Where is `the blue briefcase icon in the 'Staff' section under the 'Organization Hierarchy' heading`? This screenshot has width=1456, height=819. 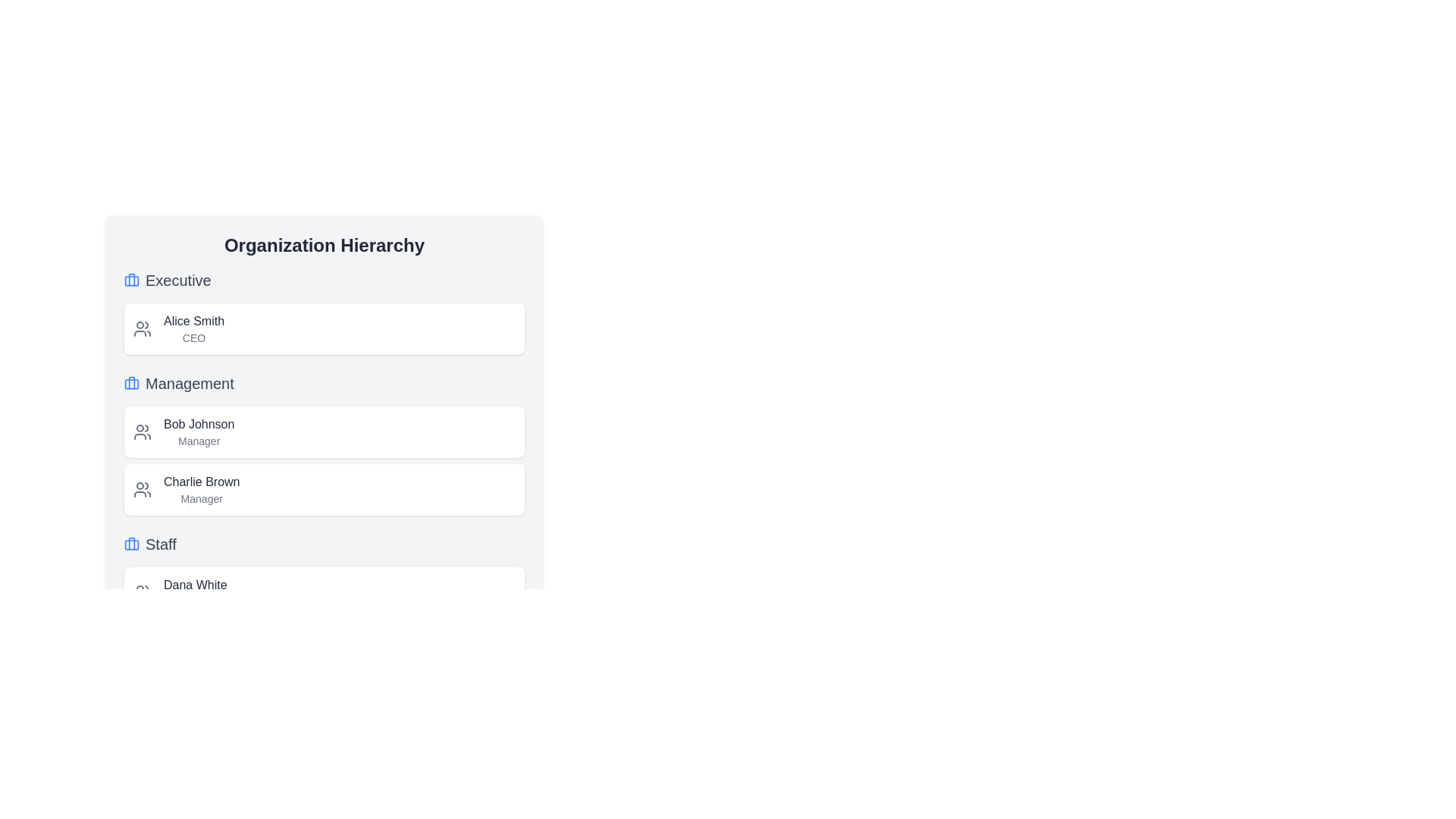
the blue briefcase icon in the 'Staff' section under the 'Organization Hierarchy' heading is located at coordinates (131, 543).